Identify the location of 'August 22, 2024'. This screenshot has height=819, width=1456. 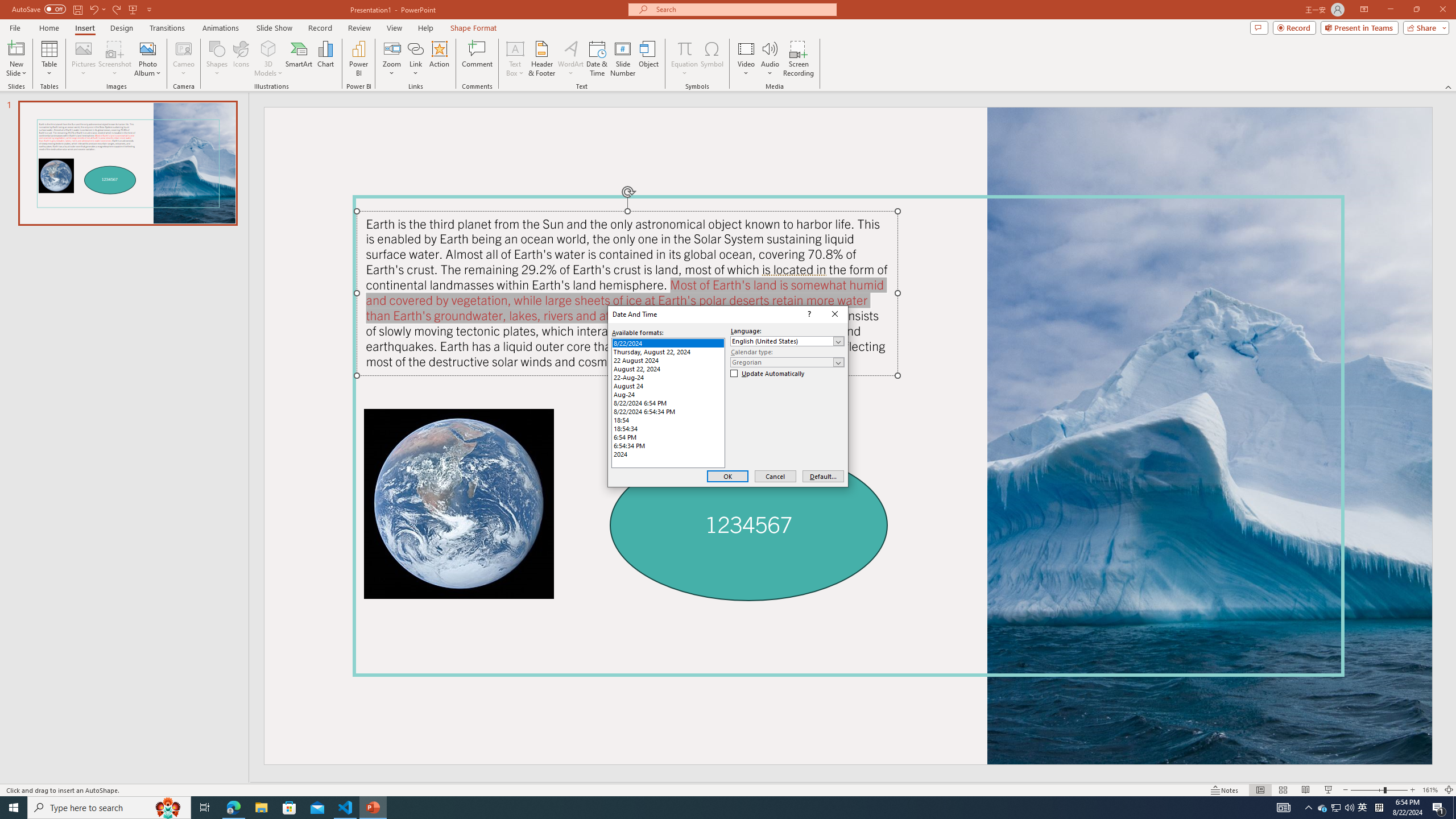
(668, 368).